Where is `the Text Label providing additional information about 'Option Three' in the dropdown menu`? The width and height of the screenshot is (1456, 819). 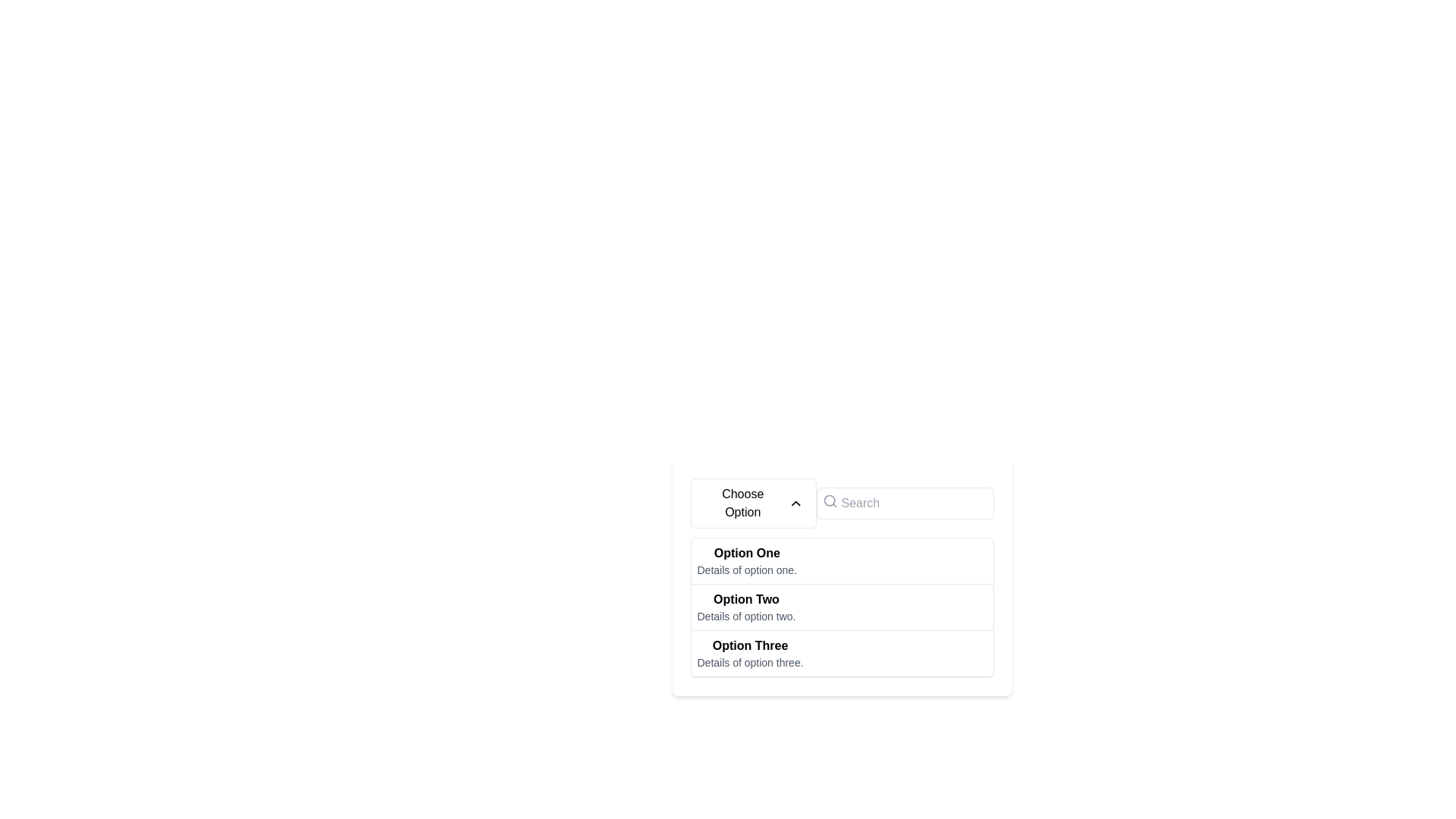
the Text Label providing additional information about 'Option Three' in the dropdown menu is located at coordinates (750, 662).